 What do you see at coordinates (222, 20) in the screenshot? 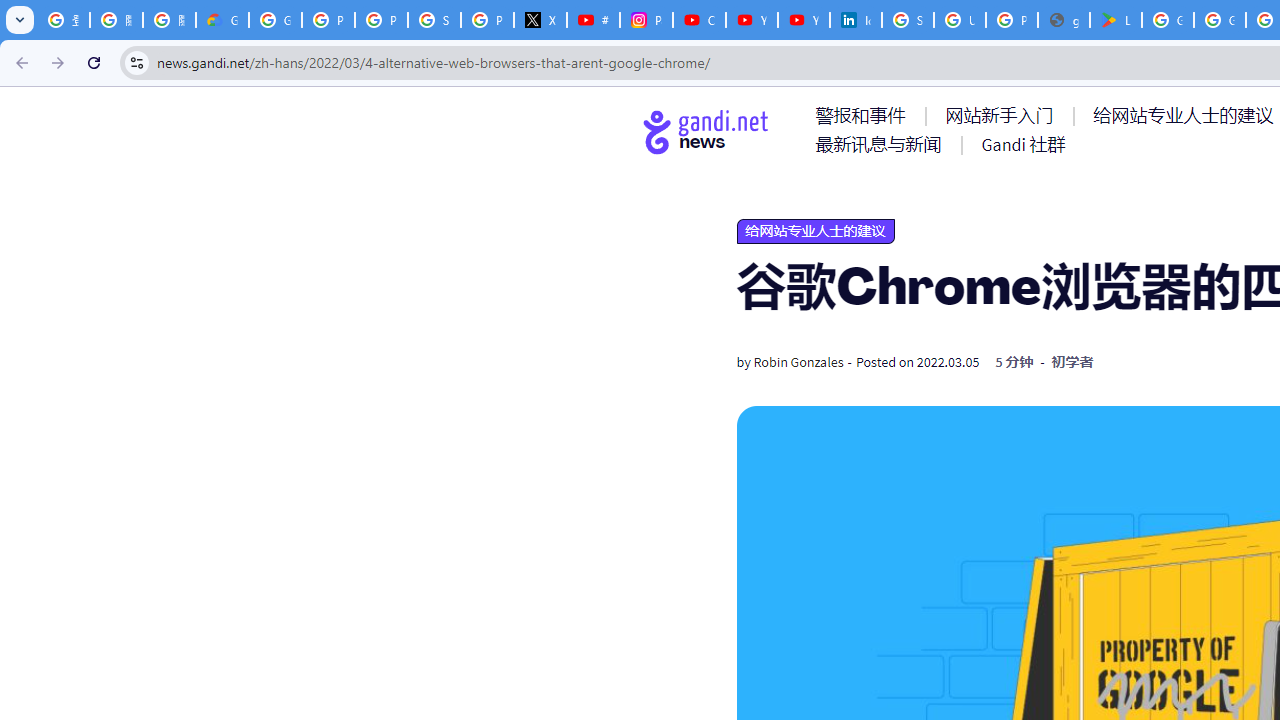
I see `'Google Cloud Privacy Notice'` at bounding box center [222, 20].